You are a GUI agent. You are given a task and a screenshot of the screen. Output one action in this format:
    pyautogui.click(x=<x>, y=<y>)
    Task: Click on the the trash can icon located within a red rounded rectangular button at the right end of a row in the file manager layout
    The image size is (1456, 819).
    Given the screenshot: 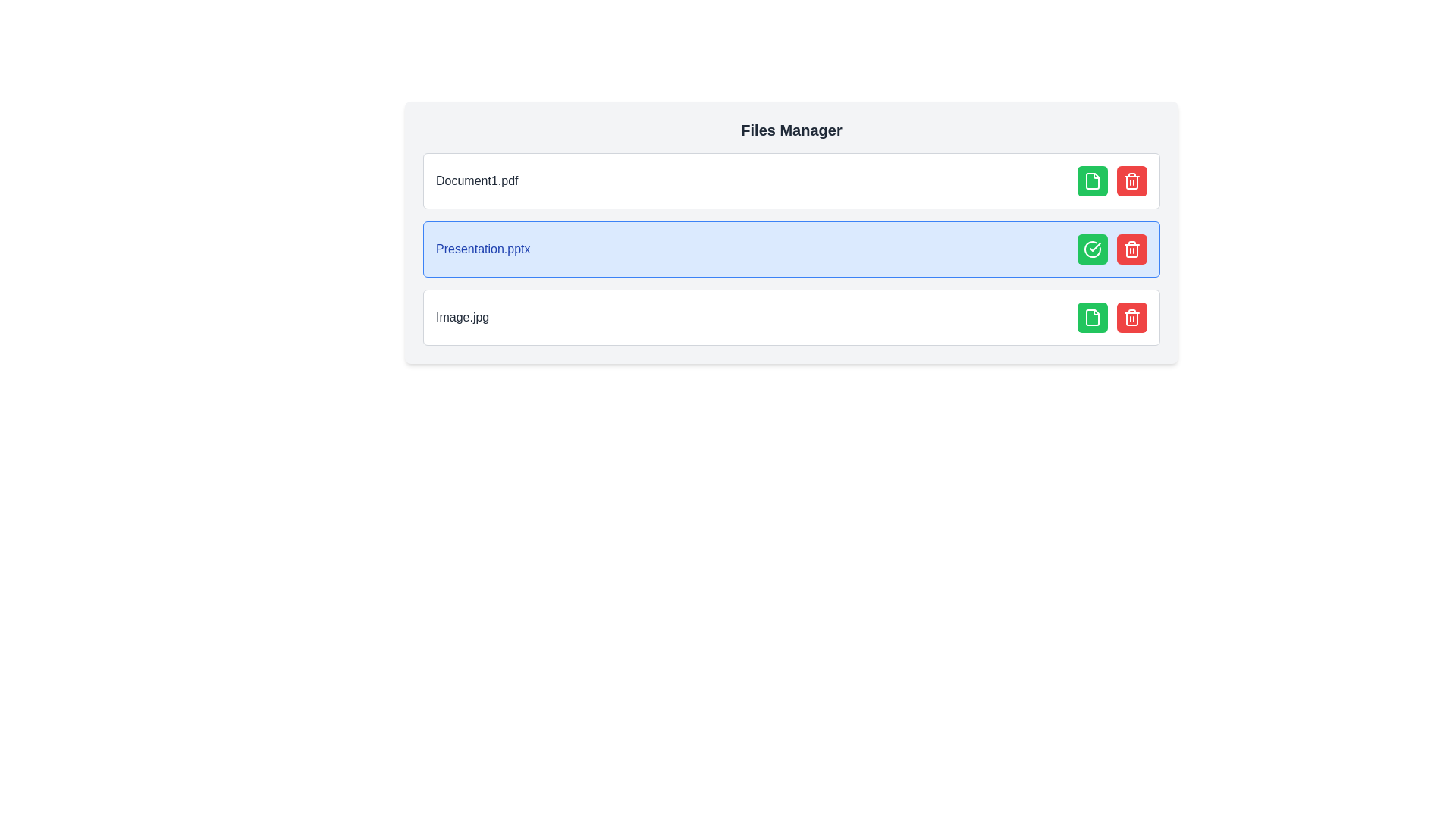 What is the action you would take?
    pyautogui.click(x=1131, y=317)
    